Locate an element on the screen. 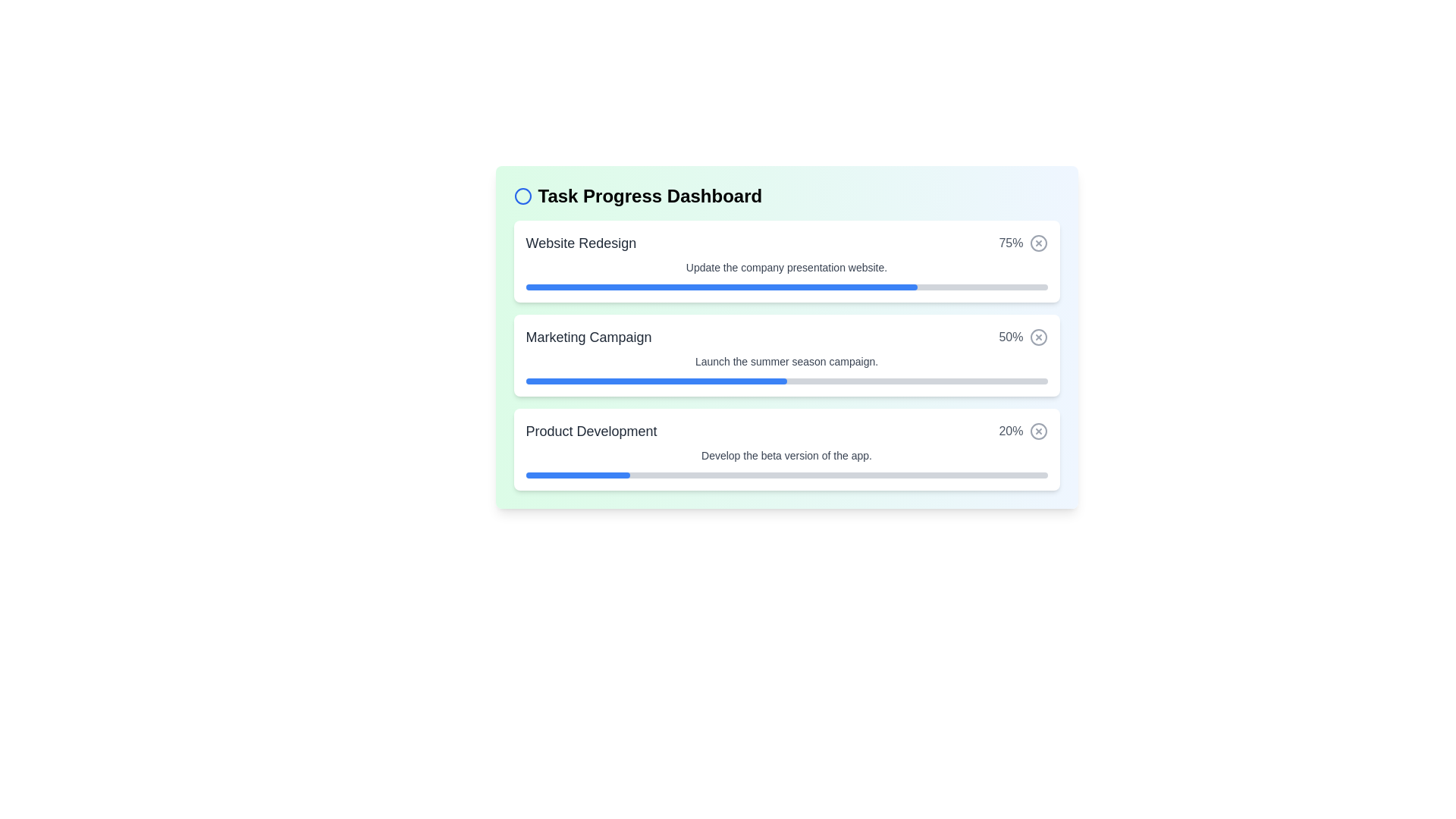 This screenshot has width=1456, height=819. the progress percentage text indicating the completion level of the 'Website Redesign' task, located at the top-right corner of the task block is located at coordinates (1011, 242).